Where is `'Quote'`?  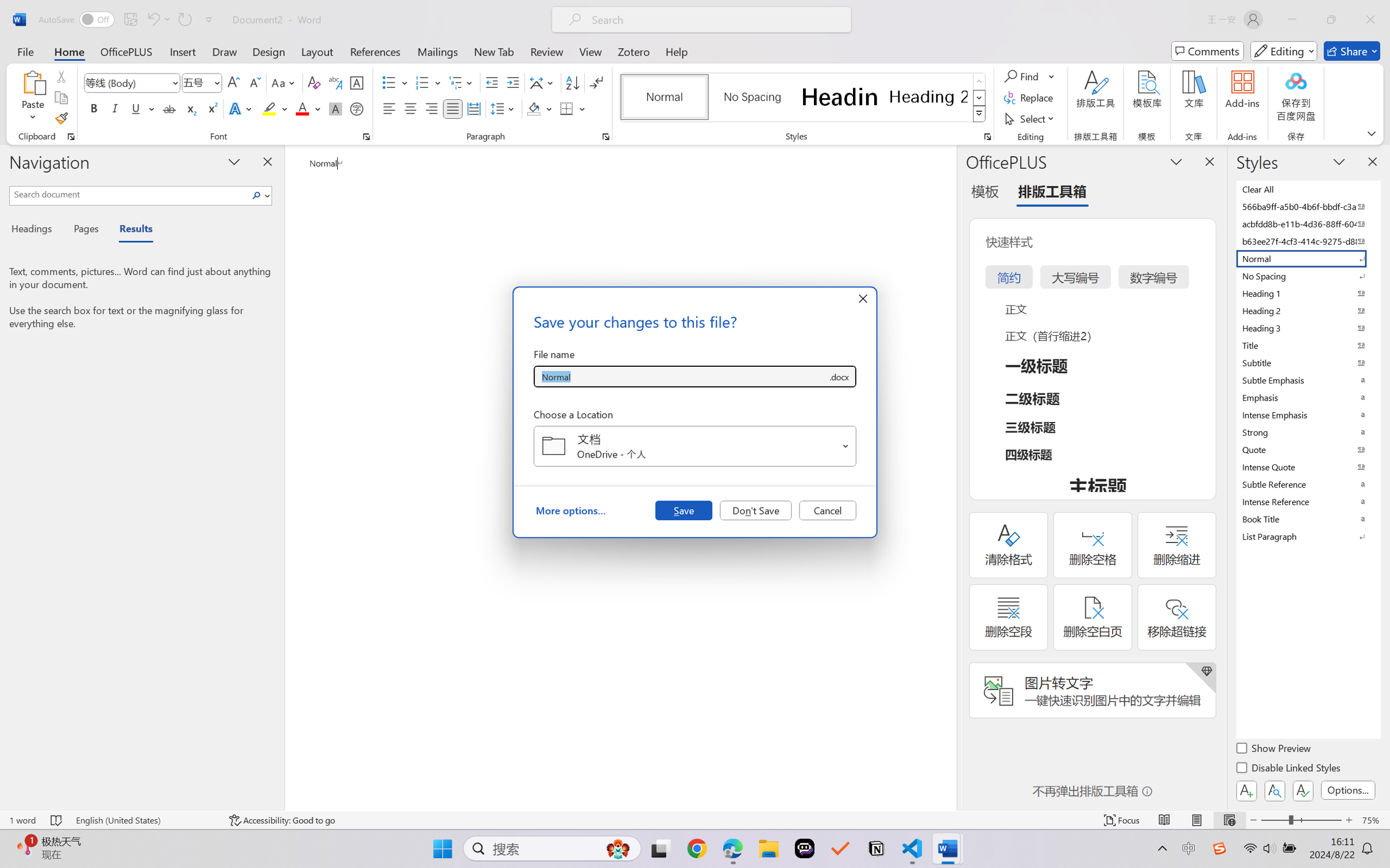 'Quote' is located at coordinates (1307, 449).